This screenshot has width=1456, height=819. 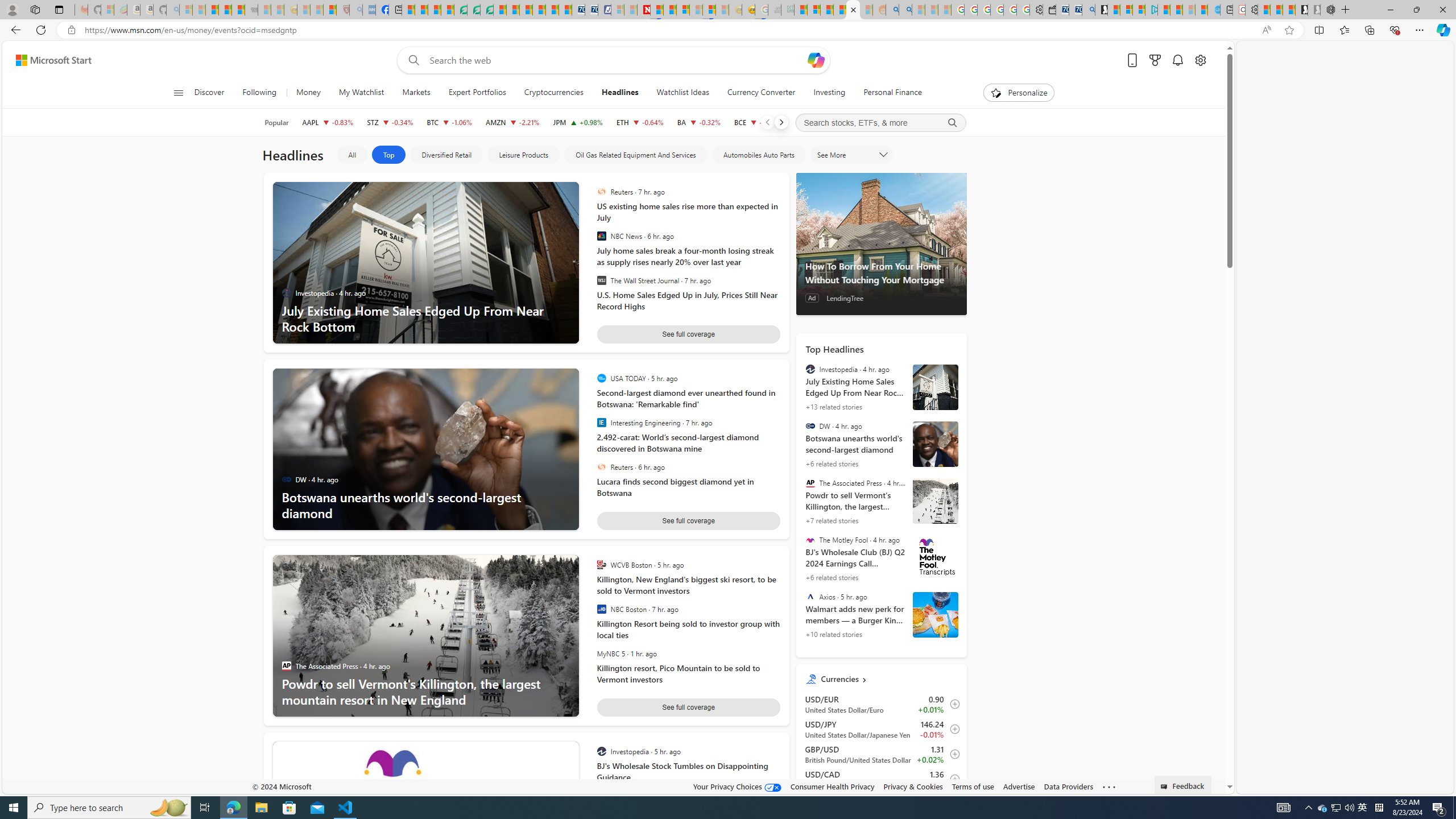 I want to click on 'Discover', so click(x=208, y=92).